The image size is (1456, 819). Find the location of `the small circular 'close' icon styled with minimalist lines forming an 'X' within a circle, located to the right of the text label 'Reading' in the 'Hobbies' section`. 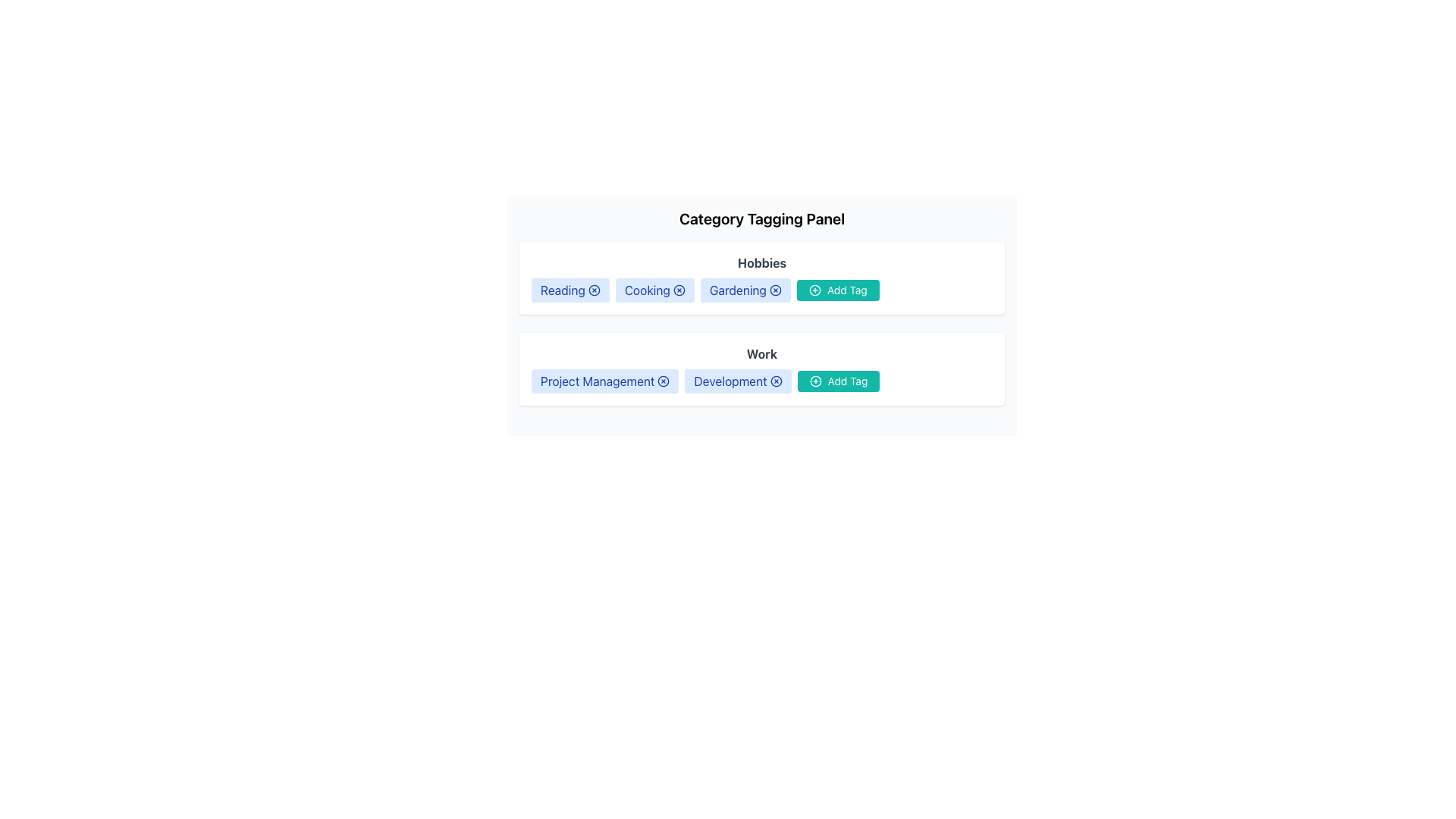

the small circular 'close' icon styled with minimalist lines forming an 'X' within a circle, located to the right of the text label 'Reading' in the 'Hobbies' section is located at coordinates (593, 290).